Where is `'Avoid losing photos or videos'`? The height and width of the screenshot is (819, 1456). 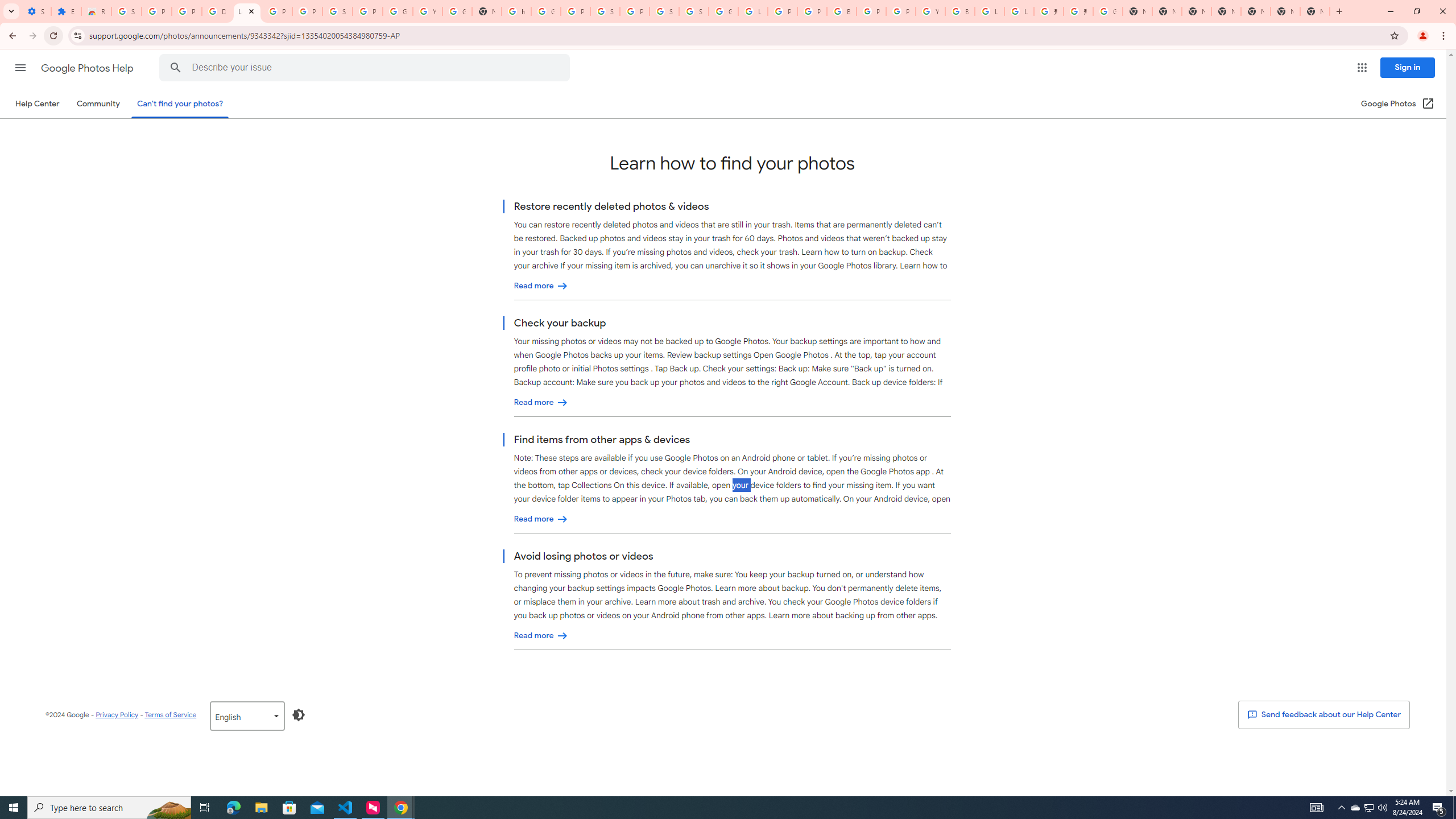
'Avoid losing photos or videos' is located at coordinates (541, 636).